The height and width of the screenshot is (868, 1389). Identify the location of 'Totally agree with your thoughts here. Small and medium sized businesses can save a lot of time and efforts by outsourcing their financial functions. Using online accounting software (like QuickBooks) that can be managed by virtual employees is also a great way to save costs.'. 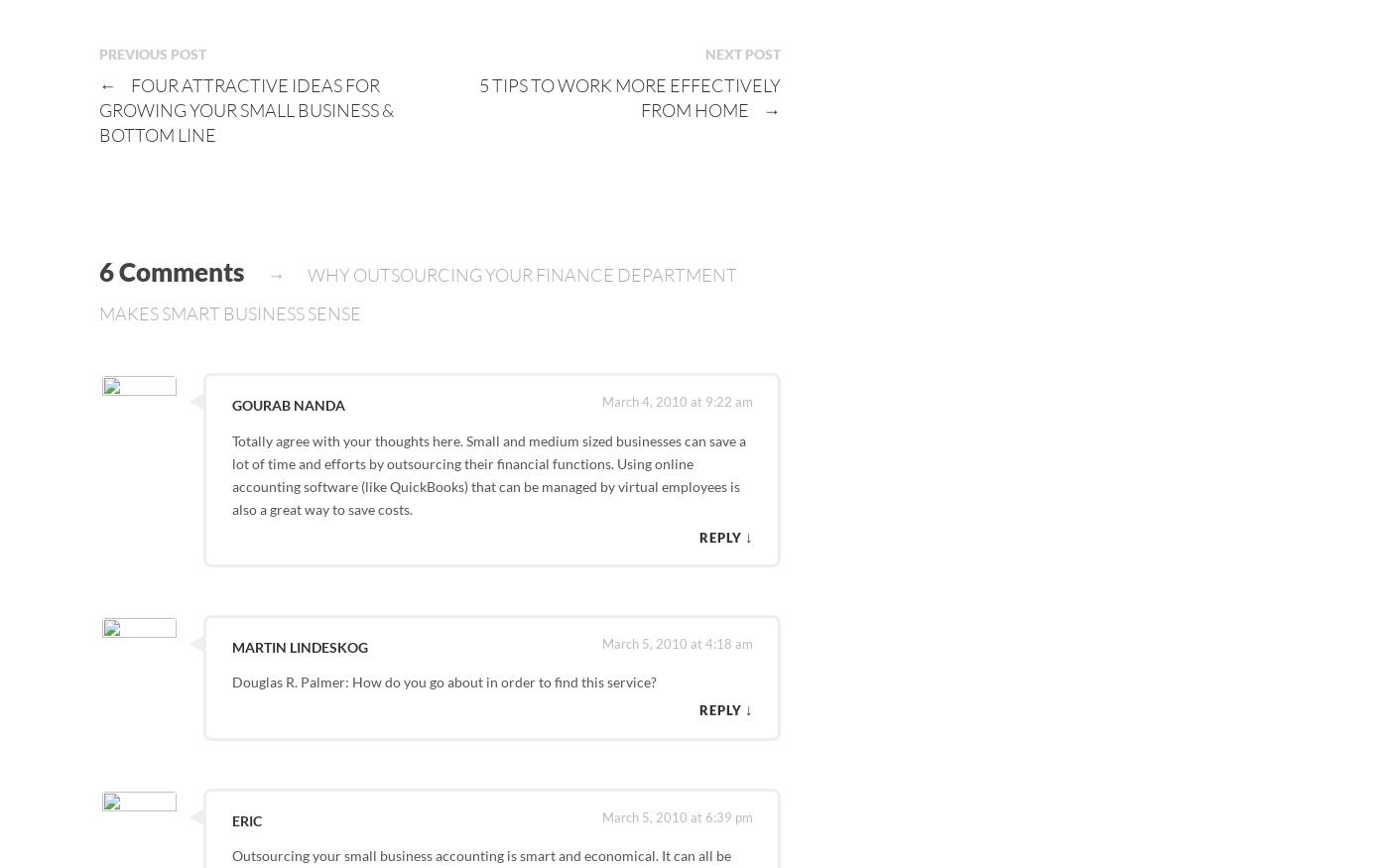
(487, 474).